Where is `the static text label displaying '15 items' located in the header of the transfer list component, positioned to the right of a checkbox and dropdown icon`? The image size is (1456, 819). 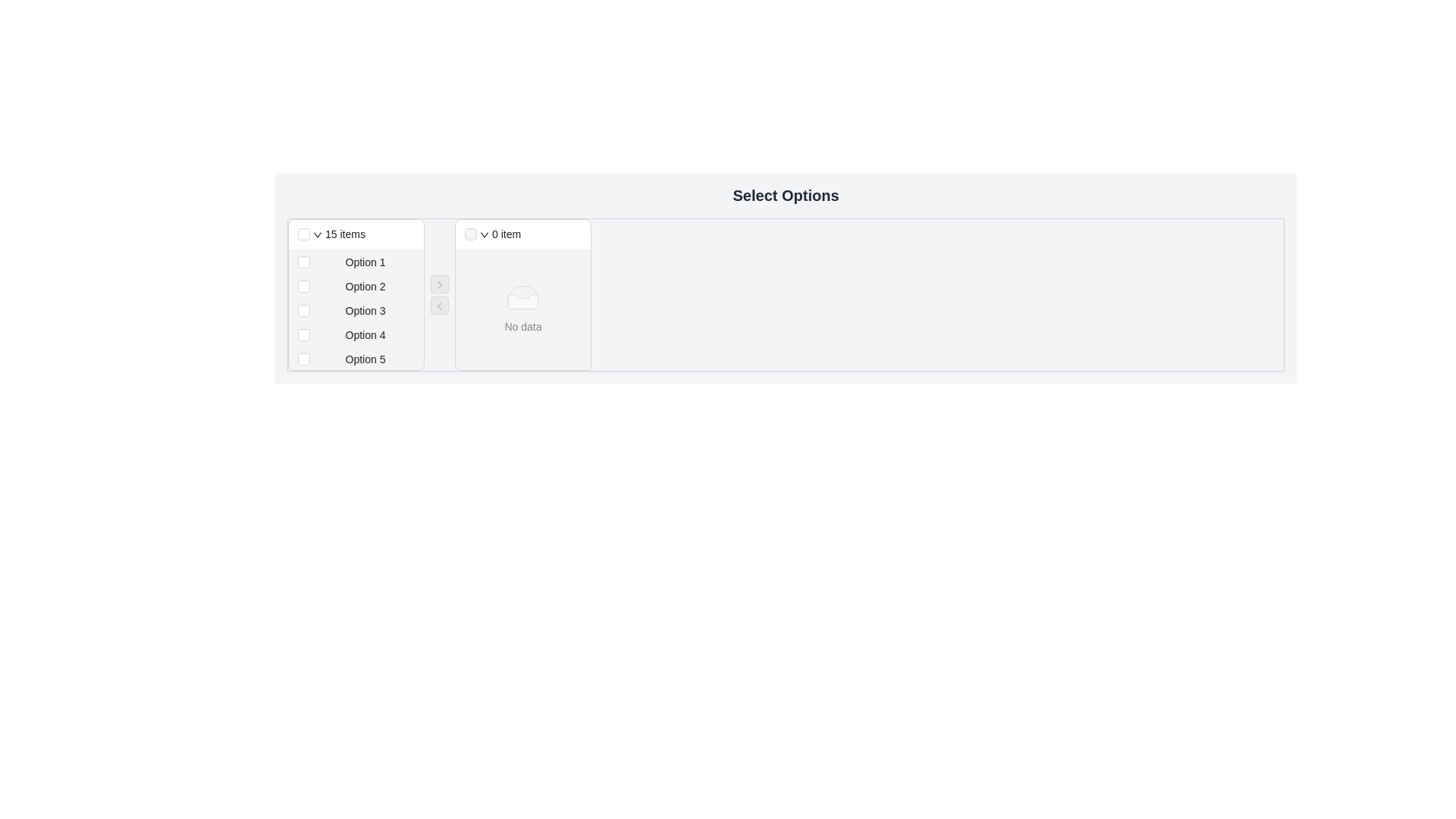 the static text label displaying '15 items' located in the header of the transfer list component, positioned to the right of a checkbox and dropdown icon is located at coordinates (344, 234).